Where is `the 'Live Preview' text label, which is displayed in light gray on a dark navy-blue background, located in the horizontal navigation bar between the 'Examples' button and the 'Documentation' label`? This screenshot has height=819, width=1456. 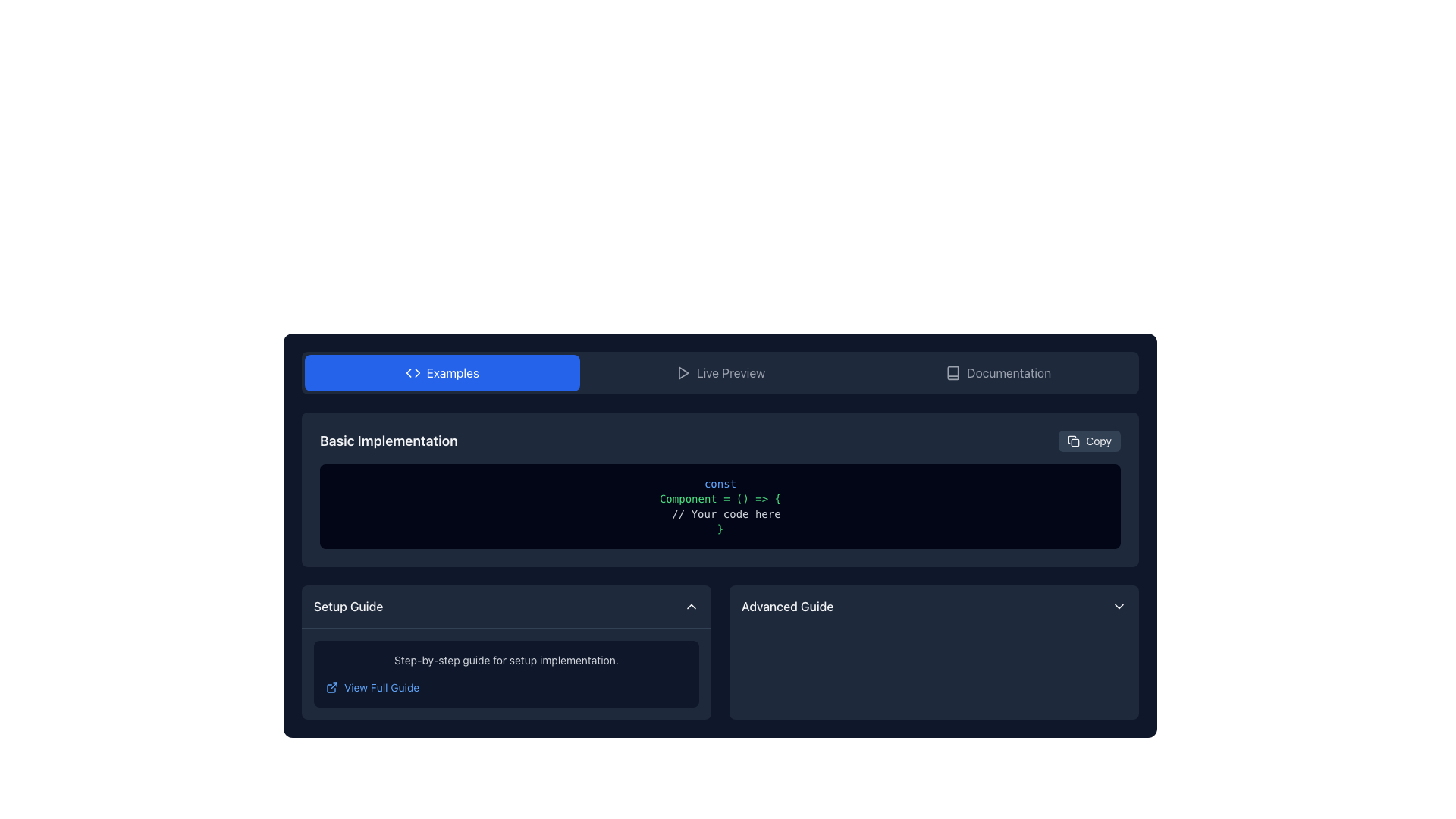 the 'Live Preview' text label, which is displayed in light gray on a dark navy-blue background, located in the horizontal navigation bar between the 'Examples' button and the 'Documentation' label is located at coordinates (731, 373).